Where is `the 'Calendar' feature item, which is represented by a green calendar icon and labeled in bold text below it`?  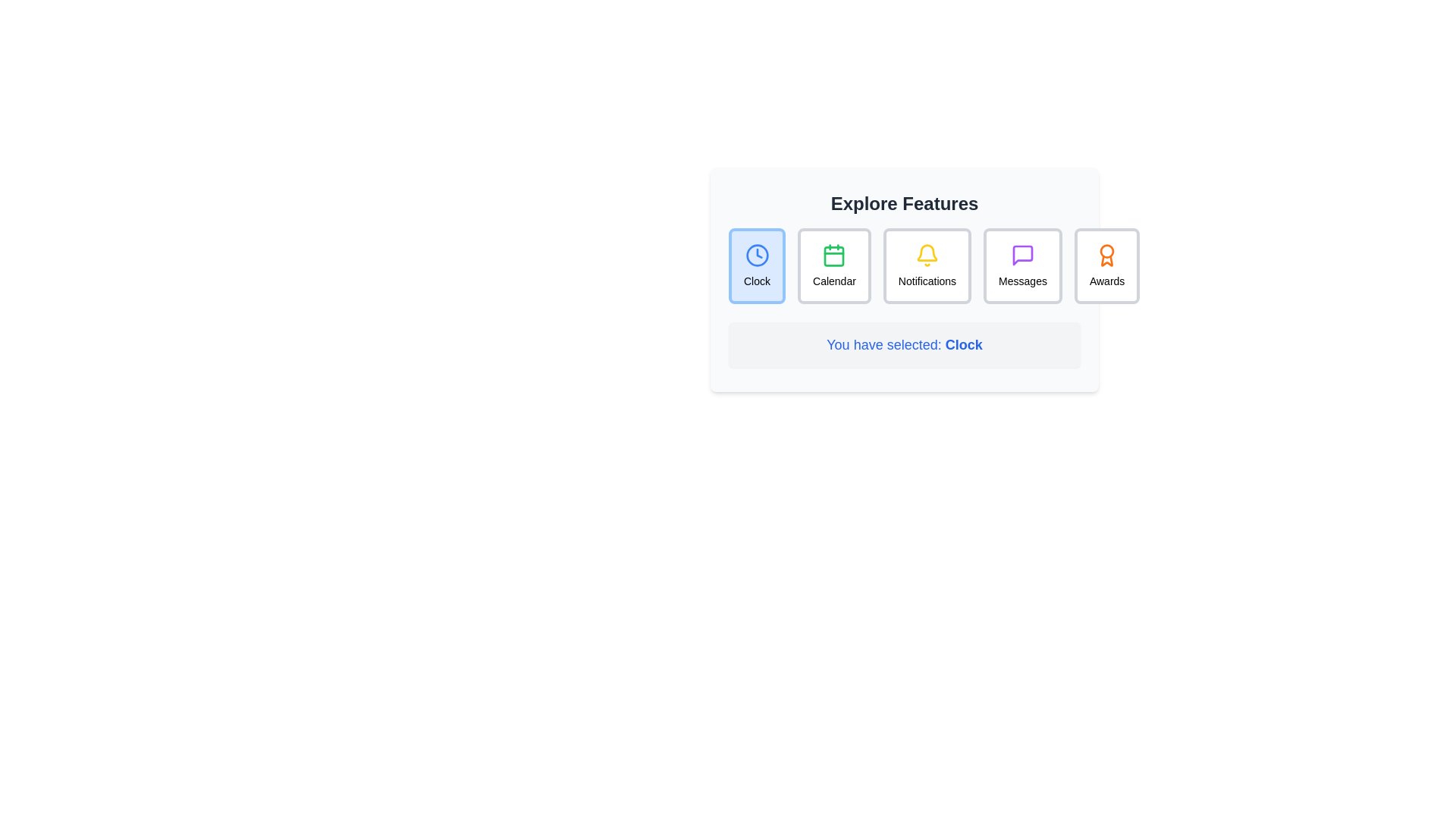 the 'Calendar' feature item, which is represented by a green calendar icon and labeled in bold text below it is located at coordinates (833, 265).